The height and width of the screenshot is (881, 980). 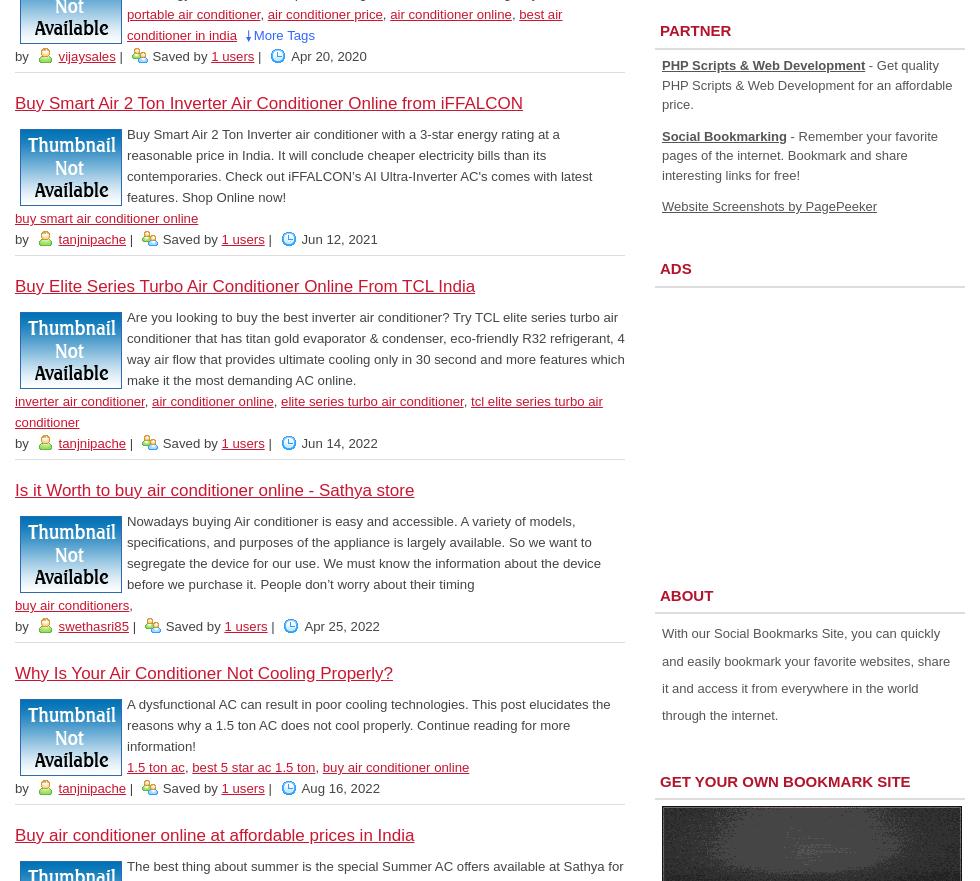 What do you see at coordinates (799, 153) in the screenshot?
I see `'- Remember your favorite pages of the internet. Bookmark and share interesting links for free!'` at bounding box center [799, 153].